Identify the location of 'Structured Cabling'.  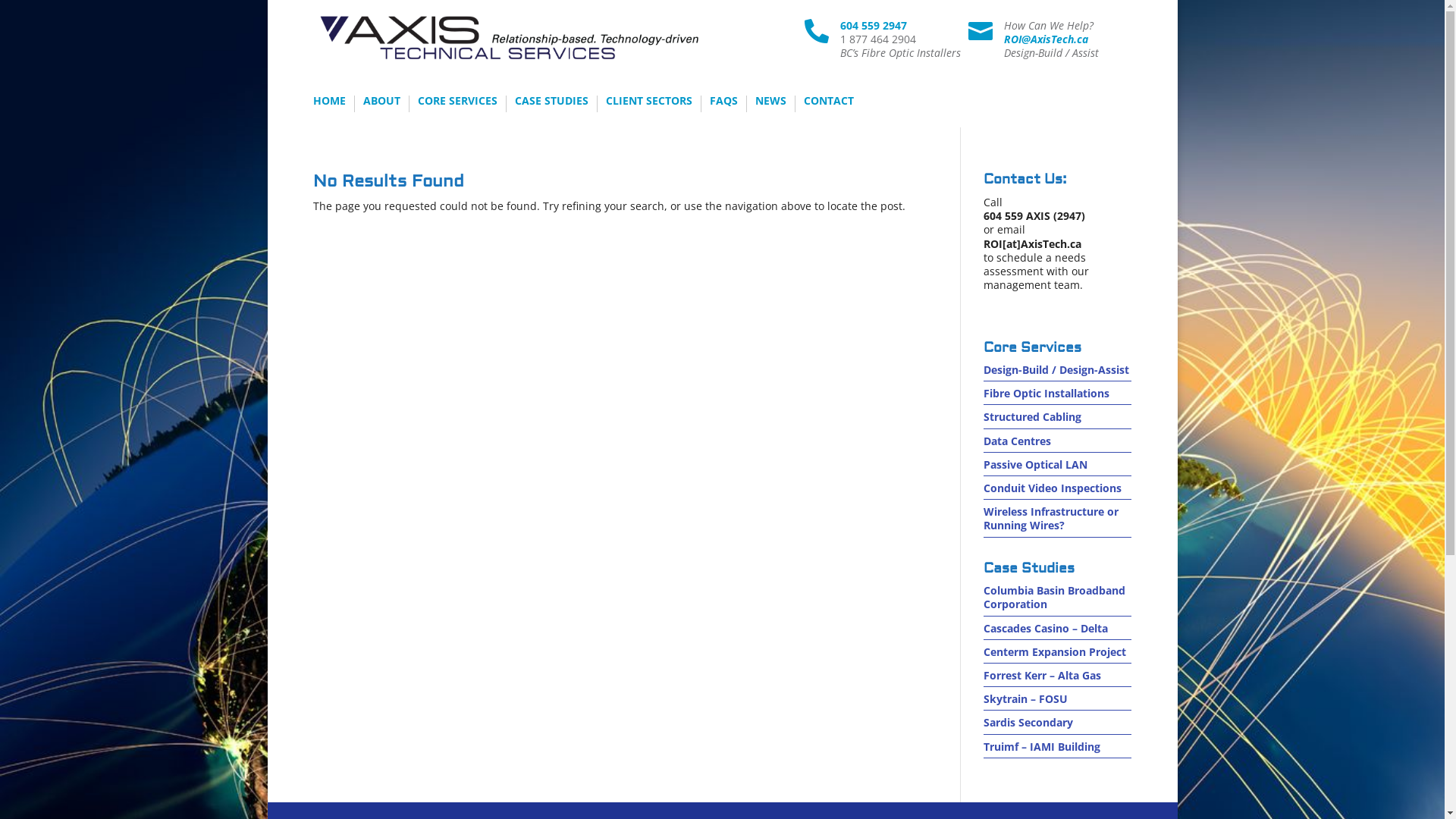
(1031, 416).